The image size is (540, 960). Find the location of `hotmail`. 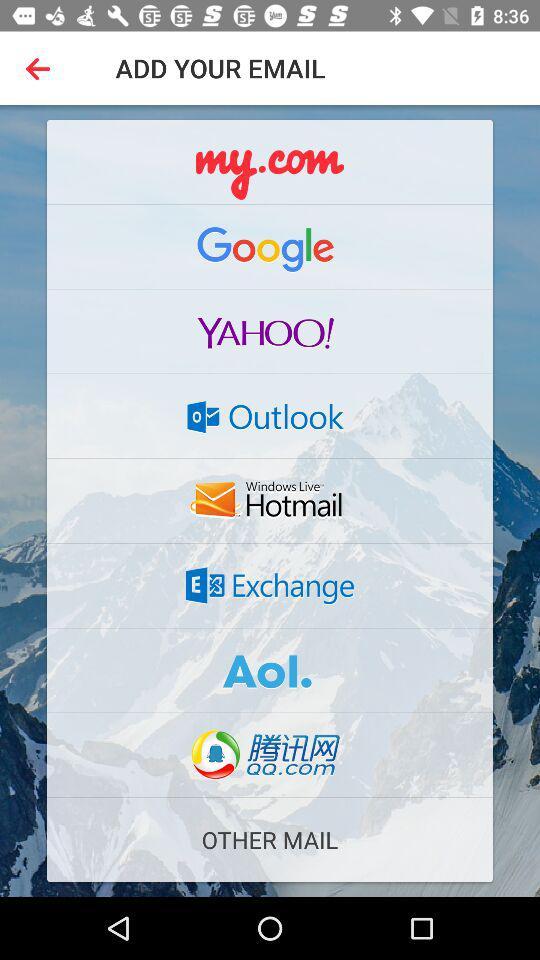

hotmail is located at coordinates (270, 500).